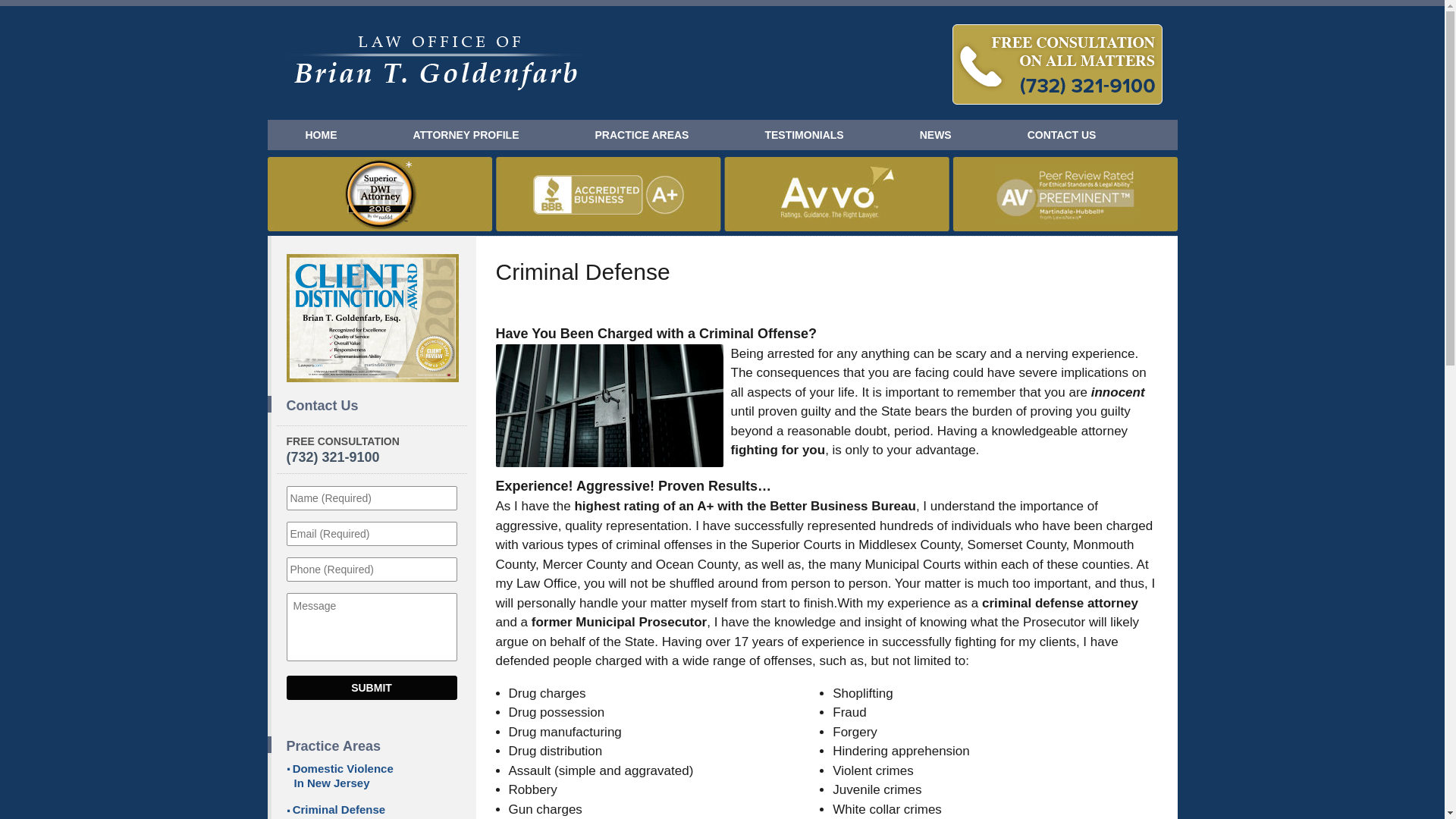 Image resolution: width=1456 pixels, height=819 pixels. Describe the element at coordinates (881, 133) in the screenshot. I see `'NEWS'` at that location.